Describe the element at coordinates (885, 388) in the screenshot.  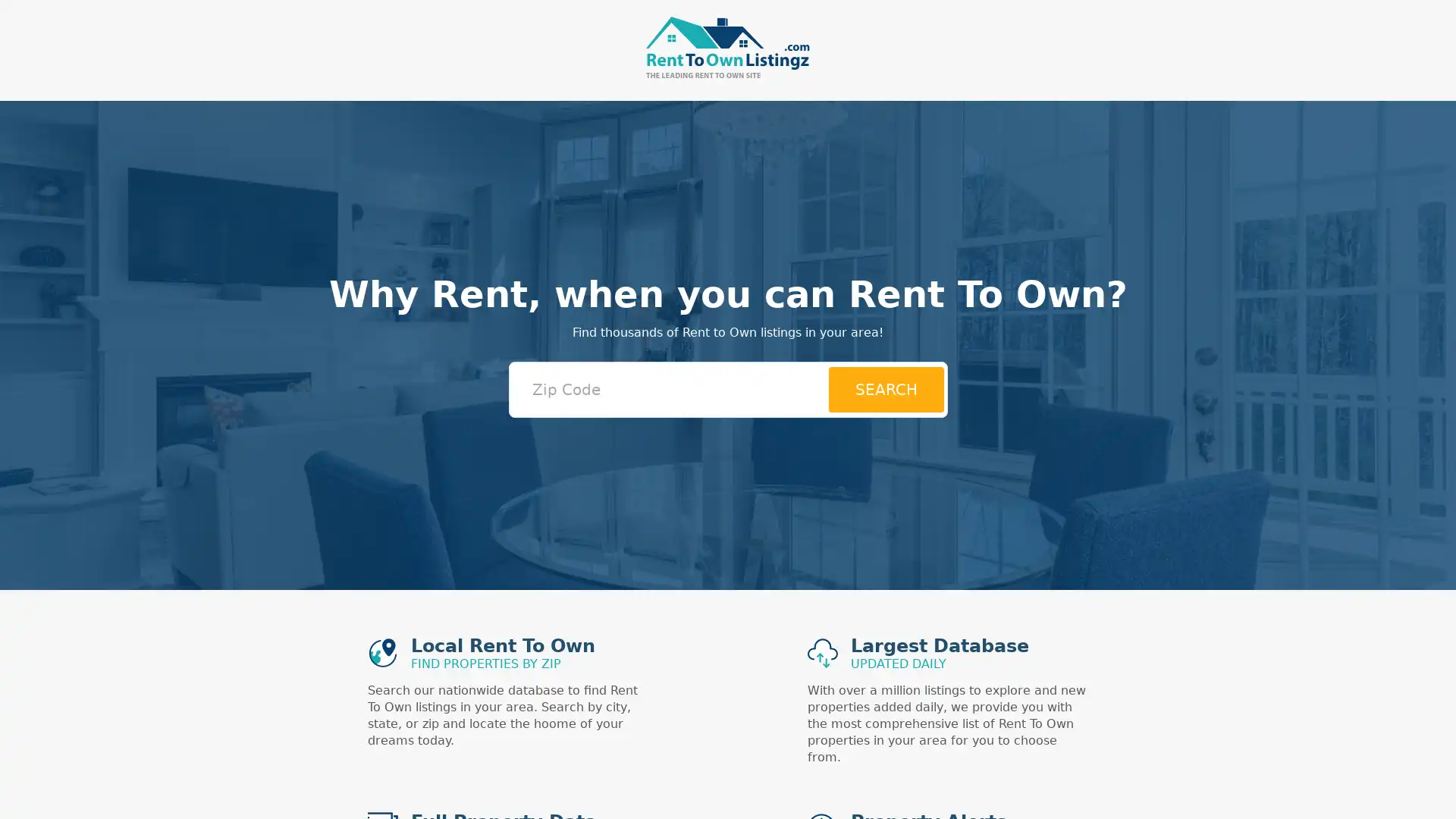
I see `SEARCH` at that location.